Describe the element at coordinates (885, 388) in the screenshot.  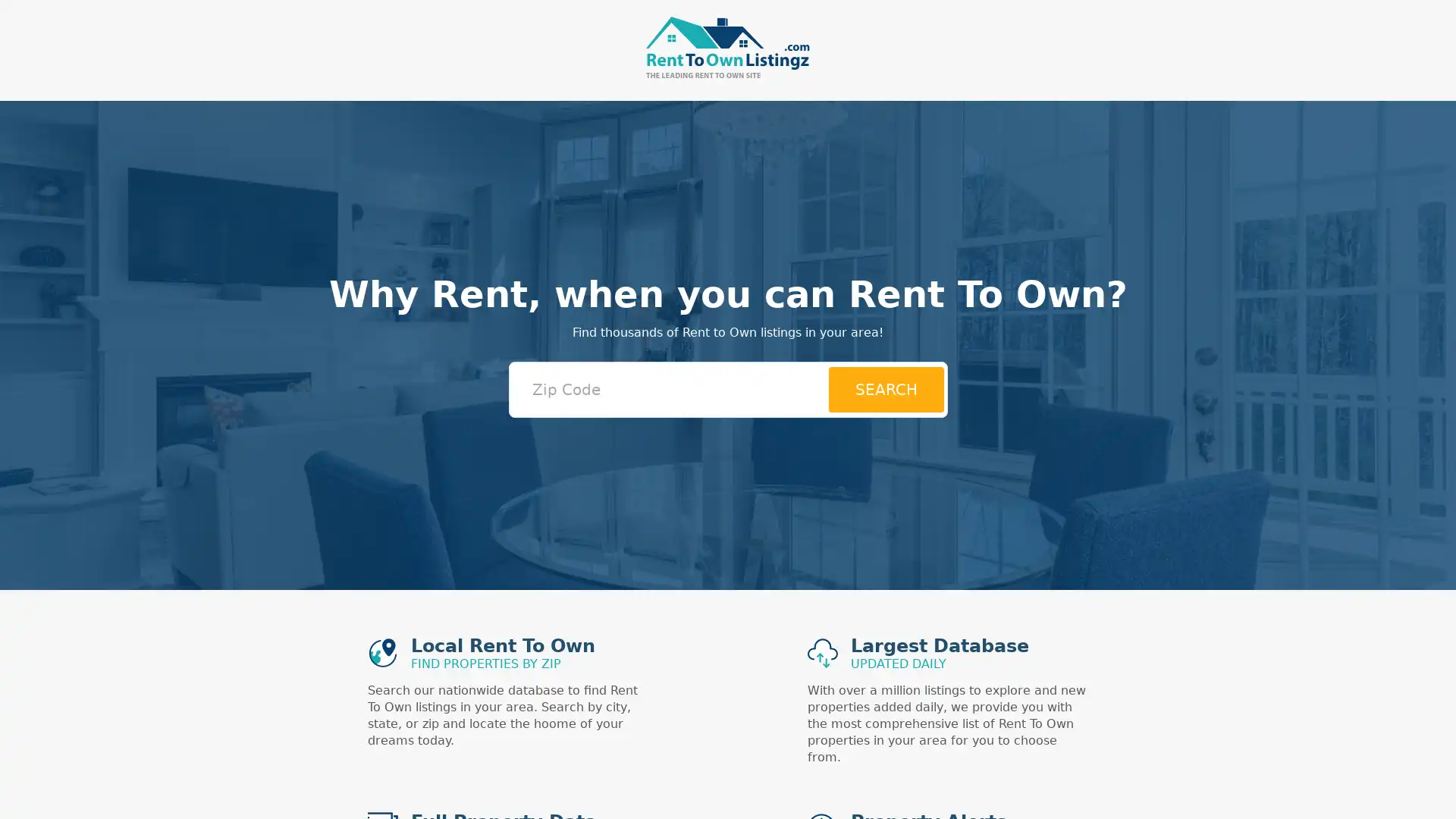
I see `SEARCH` at that location.